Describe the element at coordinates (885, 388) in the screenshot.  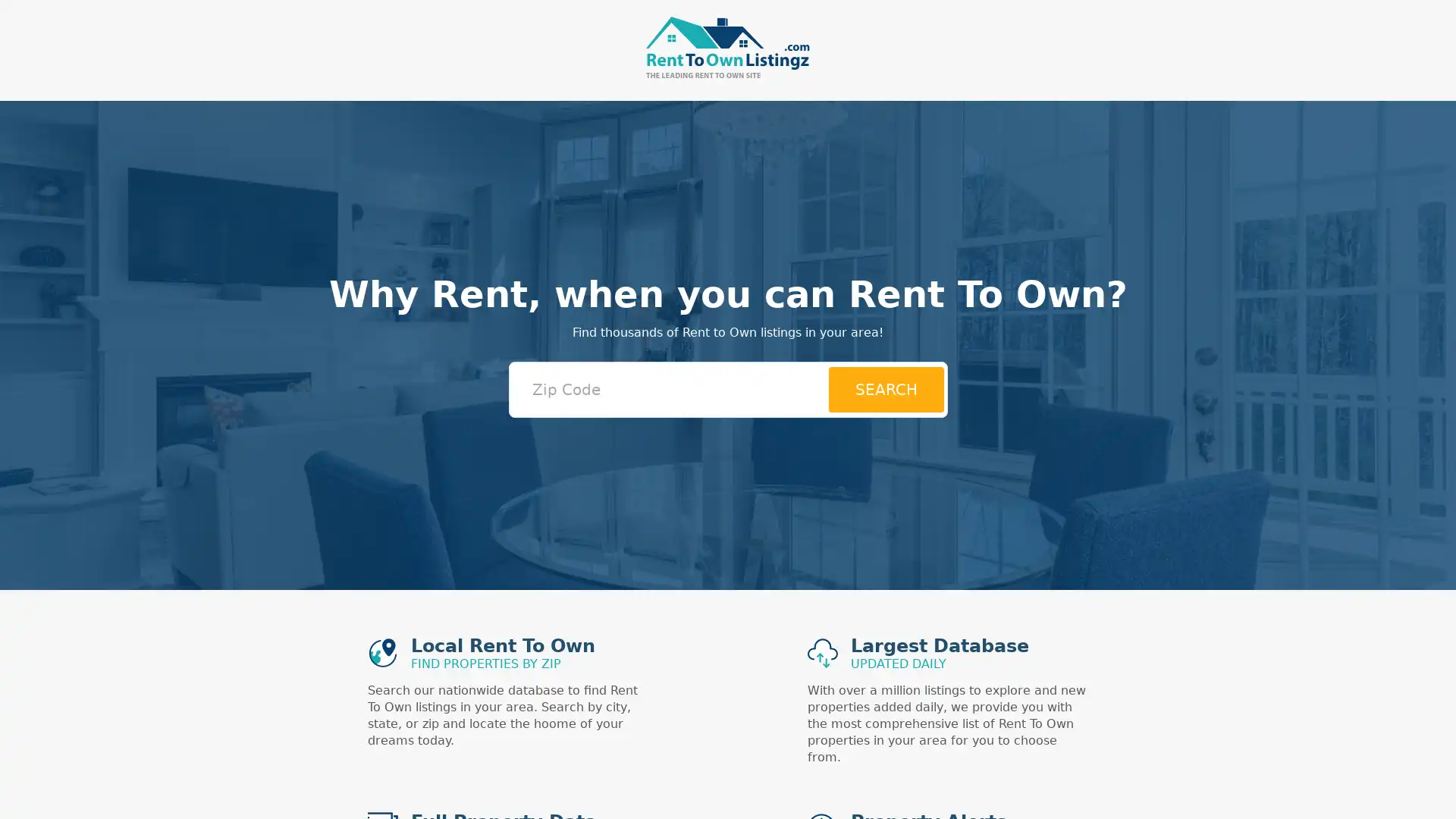
I see `SEARCH` at that location.